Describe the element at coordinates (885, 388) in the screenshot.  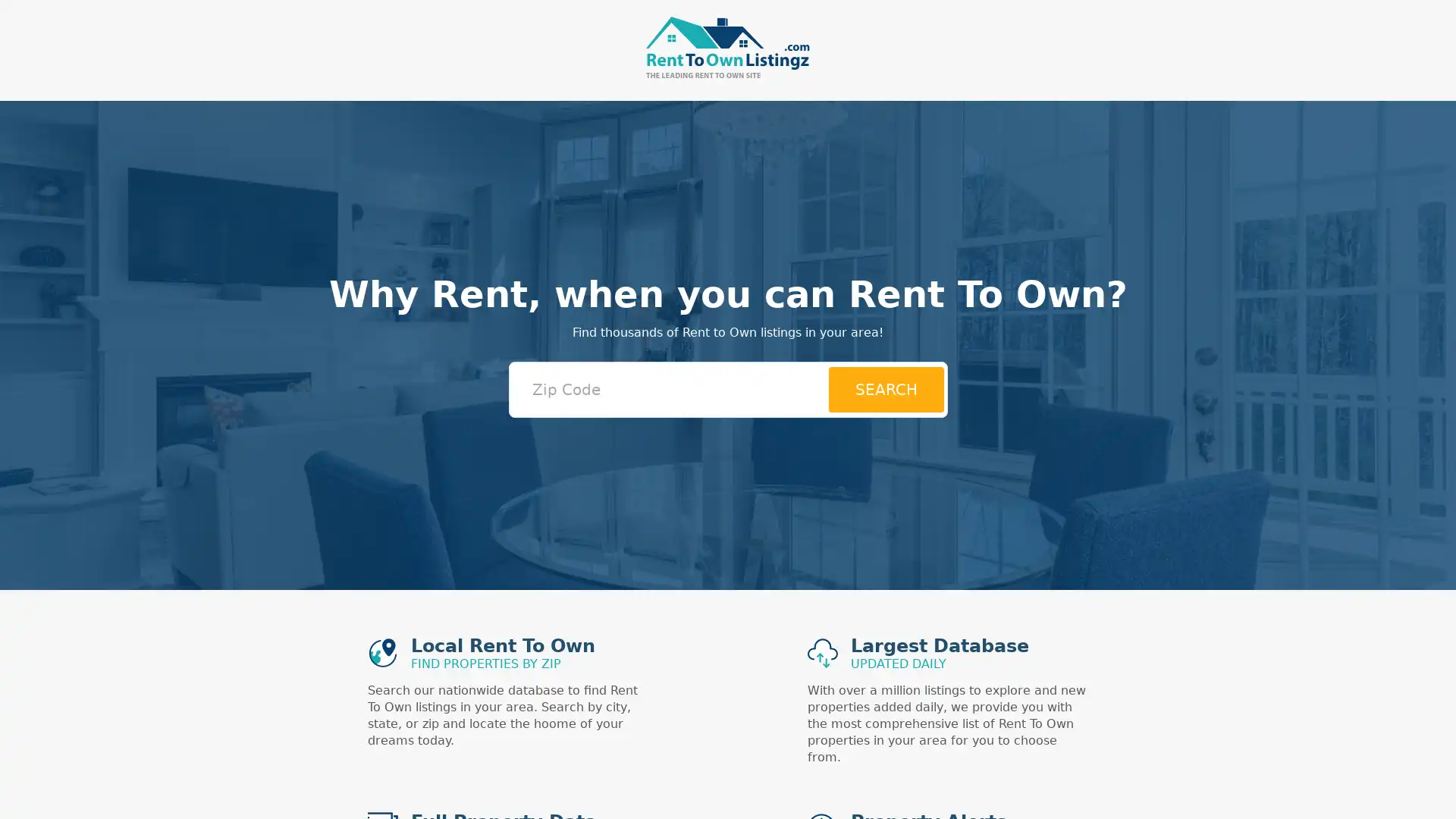
I see `SEARCH` at that location.